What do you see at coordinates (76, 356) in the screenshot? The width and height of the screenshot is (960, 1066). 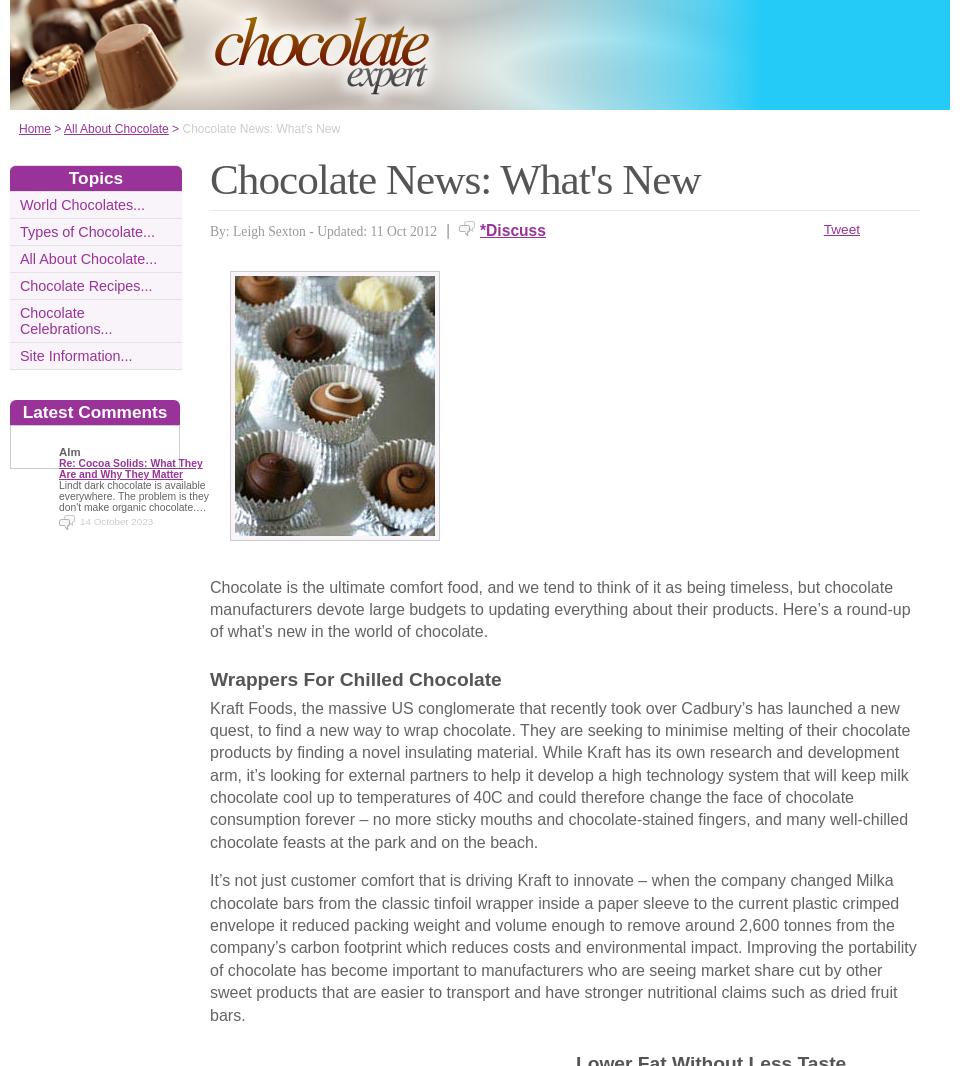 I see `'Site Information...'` at bounding box center [76, 356].